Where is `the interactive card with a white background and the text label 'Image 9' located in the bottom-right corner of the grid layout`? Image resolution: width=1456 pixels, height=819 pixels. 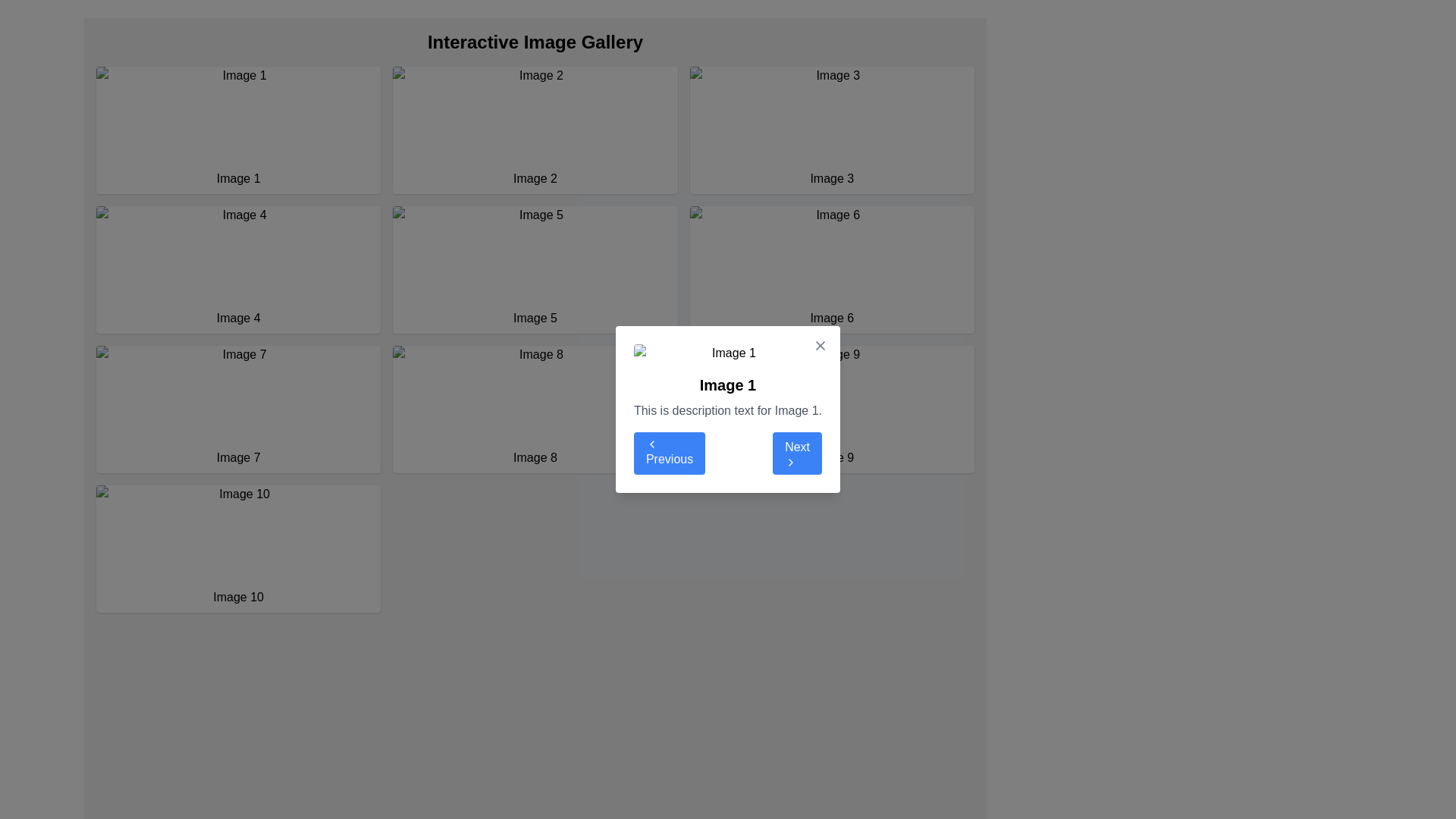 the interactive card with a white background and the text label 'Image 9' located in the bottom-right corner of the grid layout is located at coordinates (831, 409).